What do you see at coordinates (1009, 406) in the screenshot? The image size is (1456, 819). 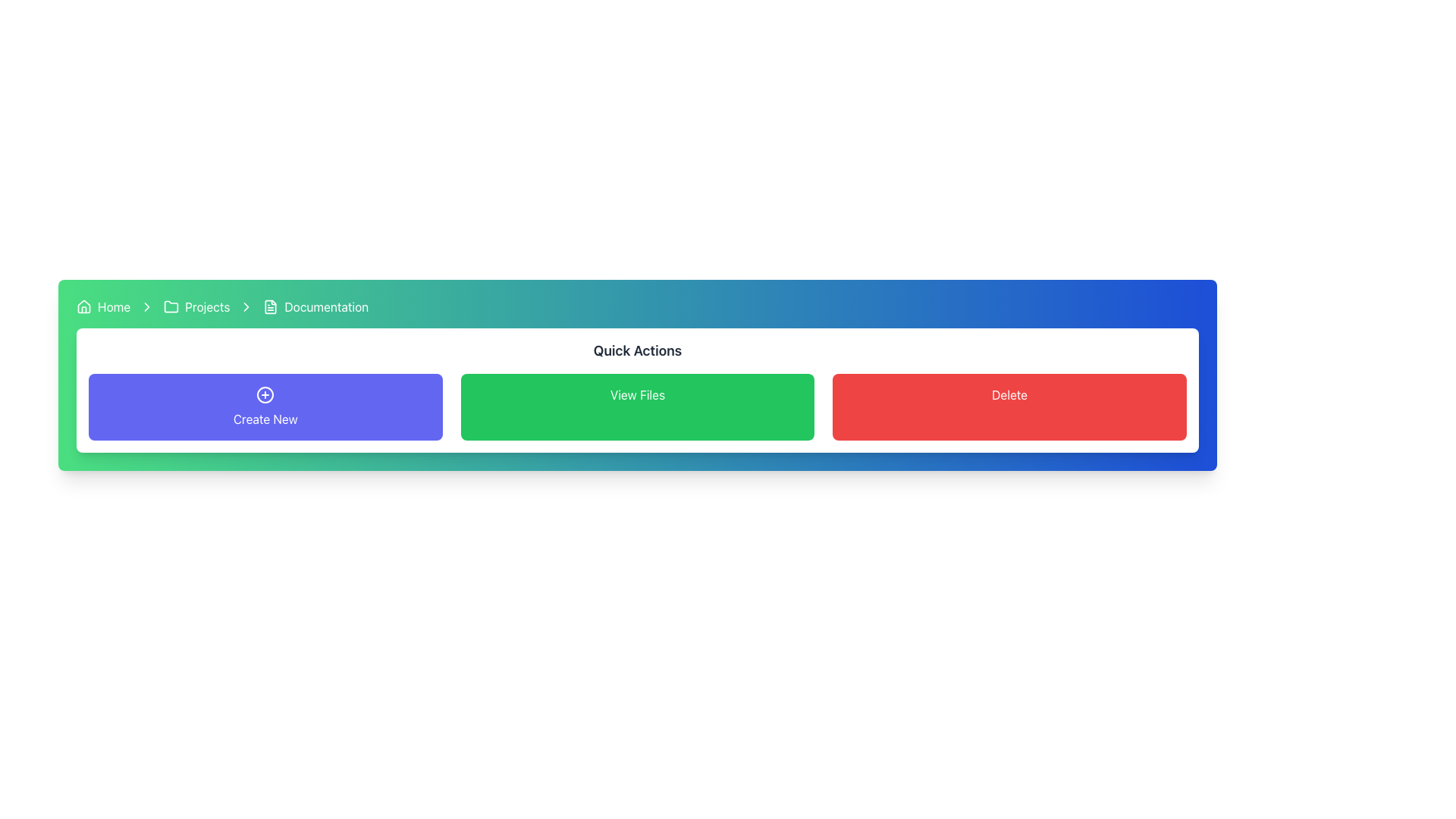 I see `the prominent red 'Delete' button with white rounded corners` at bounding box center [1009, 406].